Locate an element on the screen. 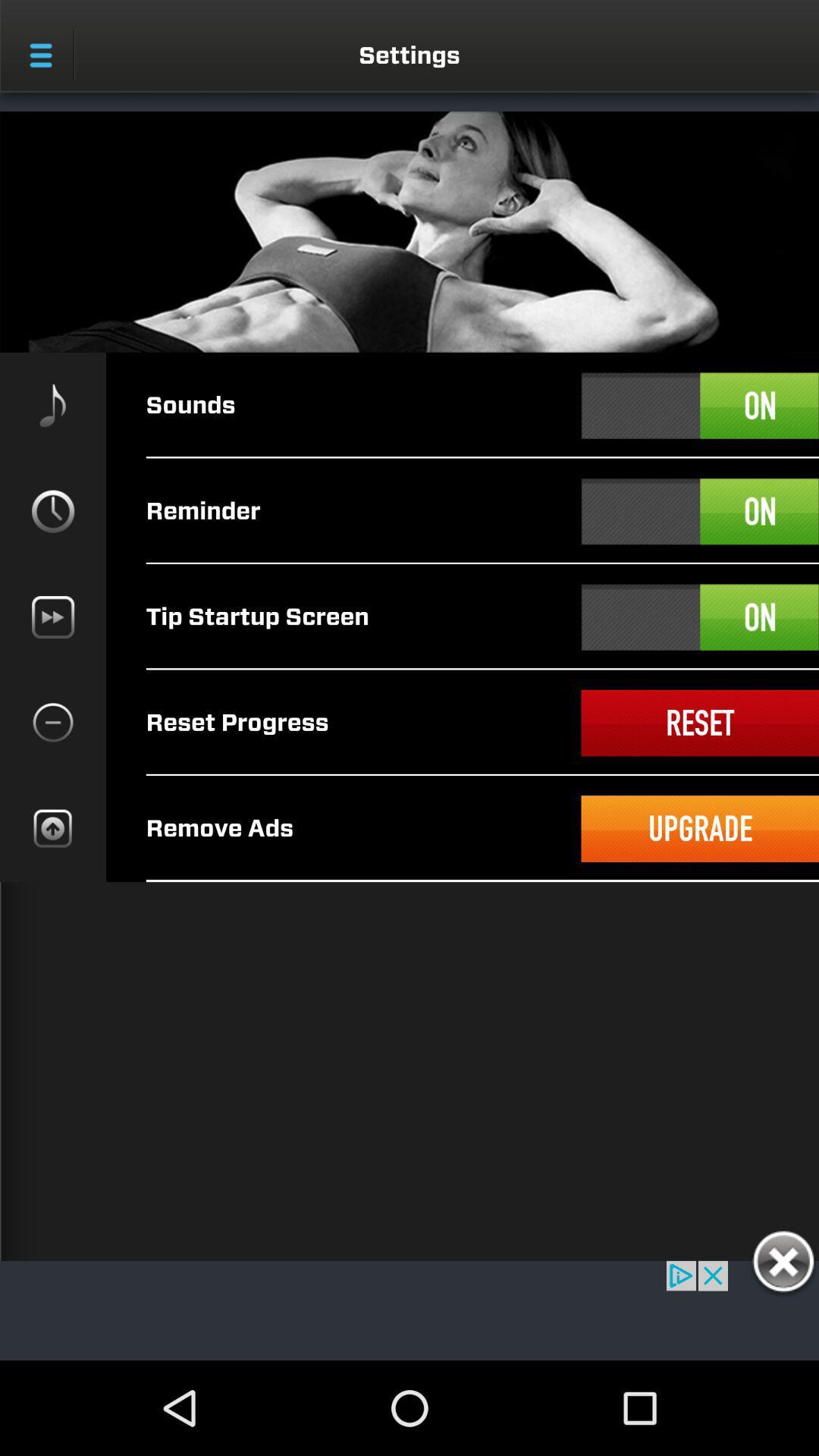  the menu icon is located at coordinates (40, 55).